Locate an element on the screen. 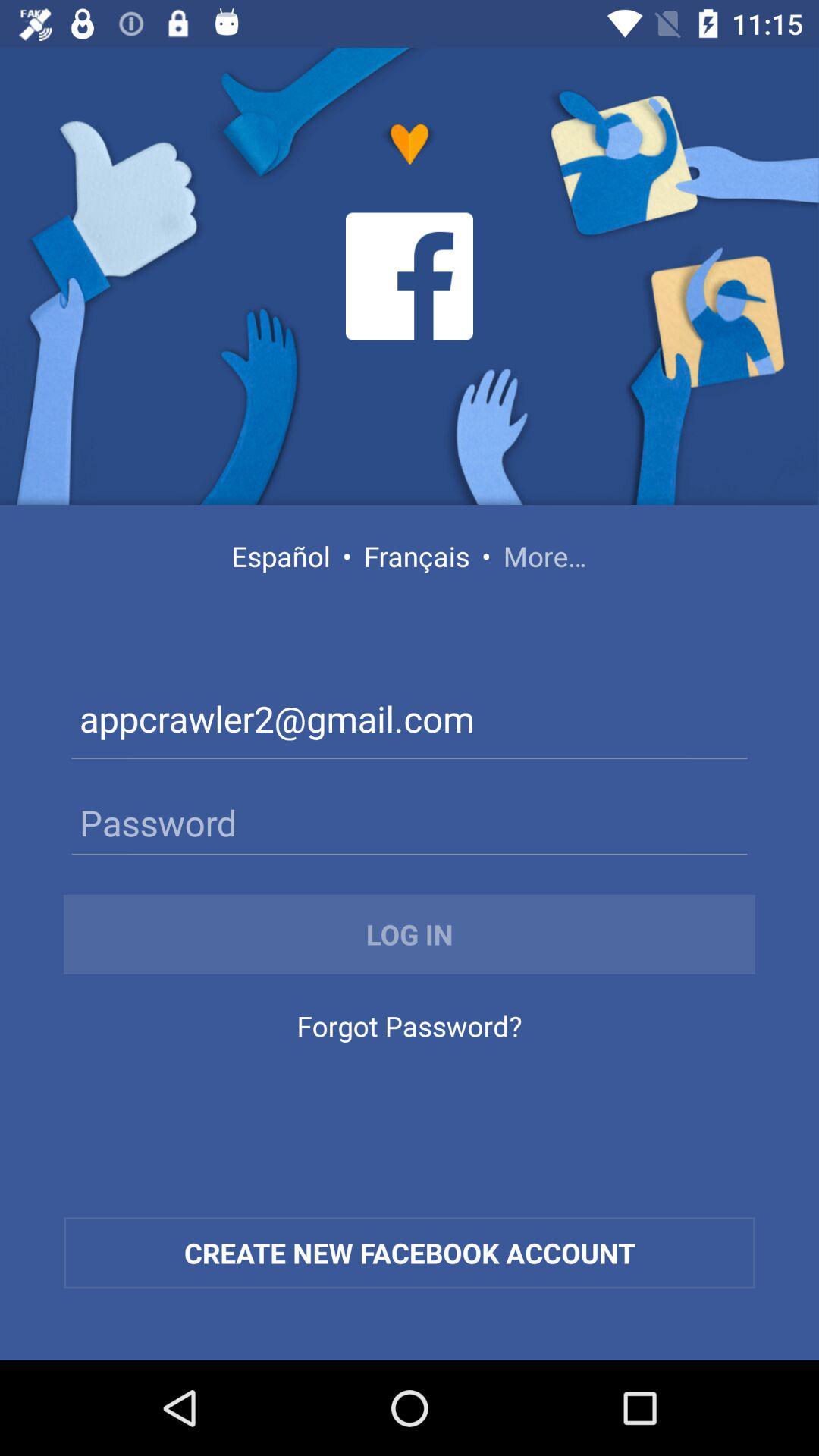  password button to click is located at coordinates (409, 821).